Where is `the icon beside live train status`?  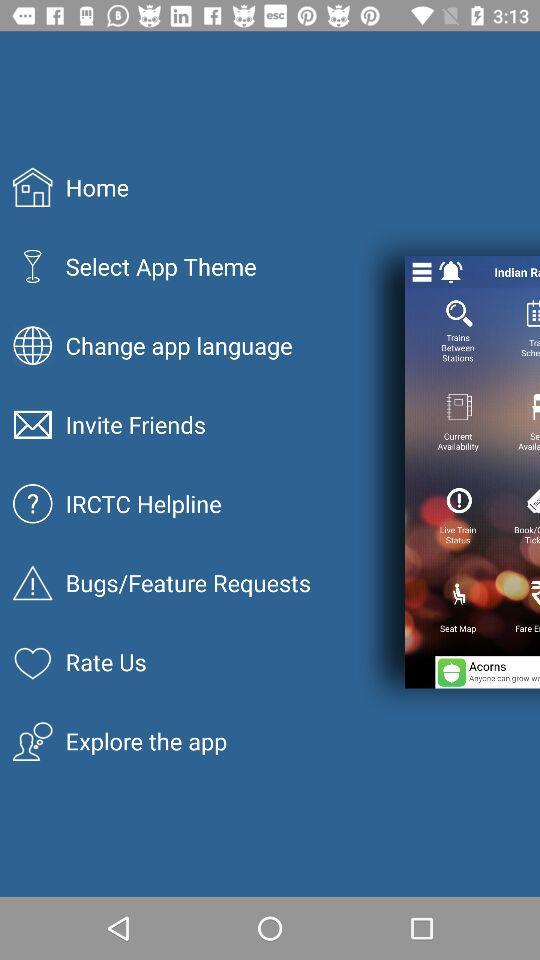
the icon beside live train status is located at coordinates (533, 500).